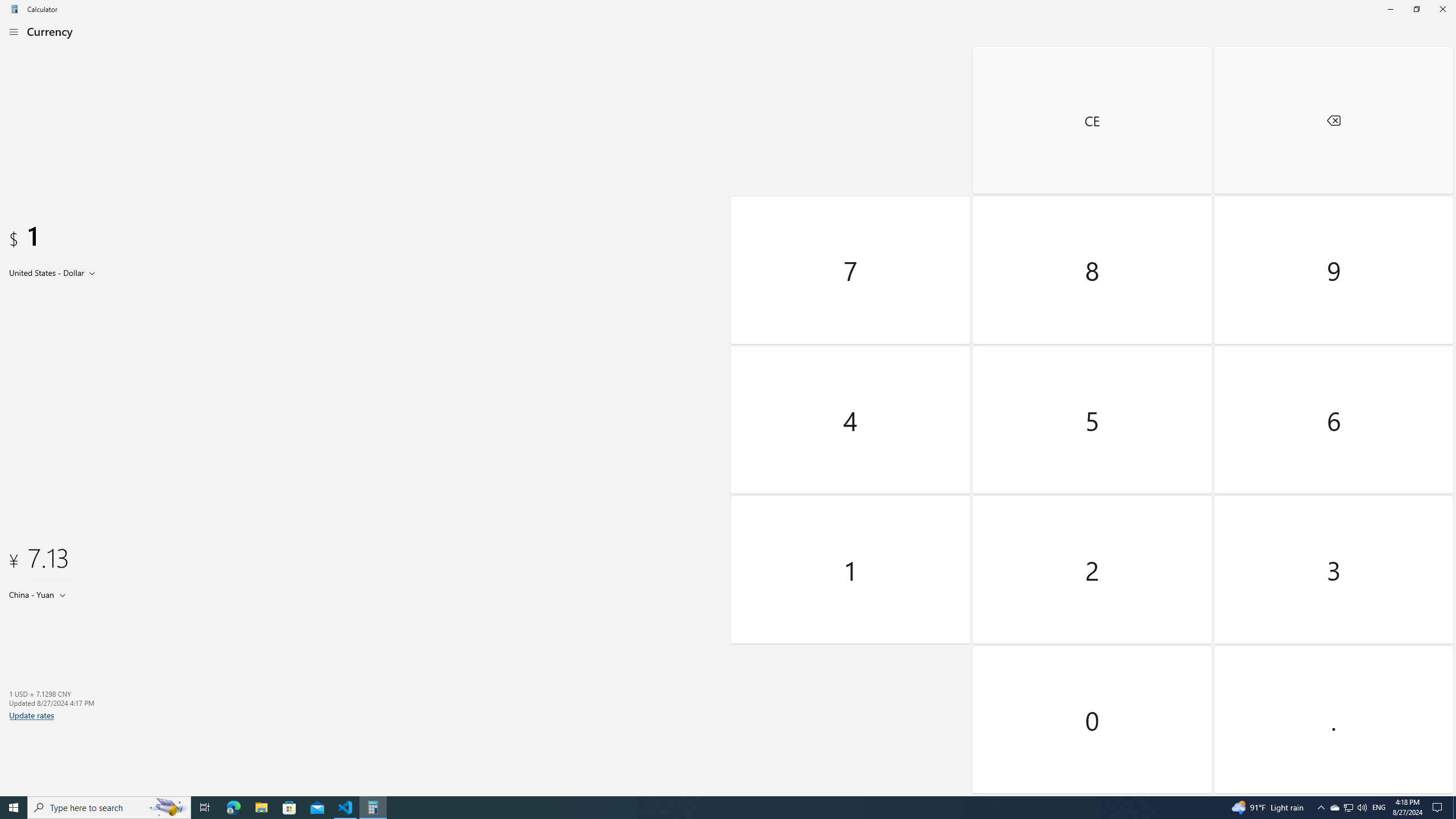  What do you see at coordinates (1442, 9) in the screenshot?
I see `'Close Calculator'` at bounding box center [1442, 9].